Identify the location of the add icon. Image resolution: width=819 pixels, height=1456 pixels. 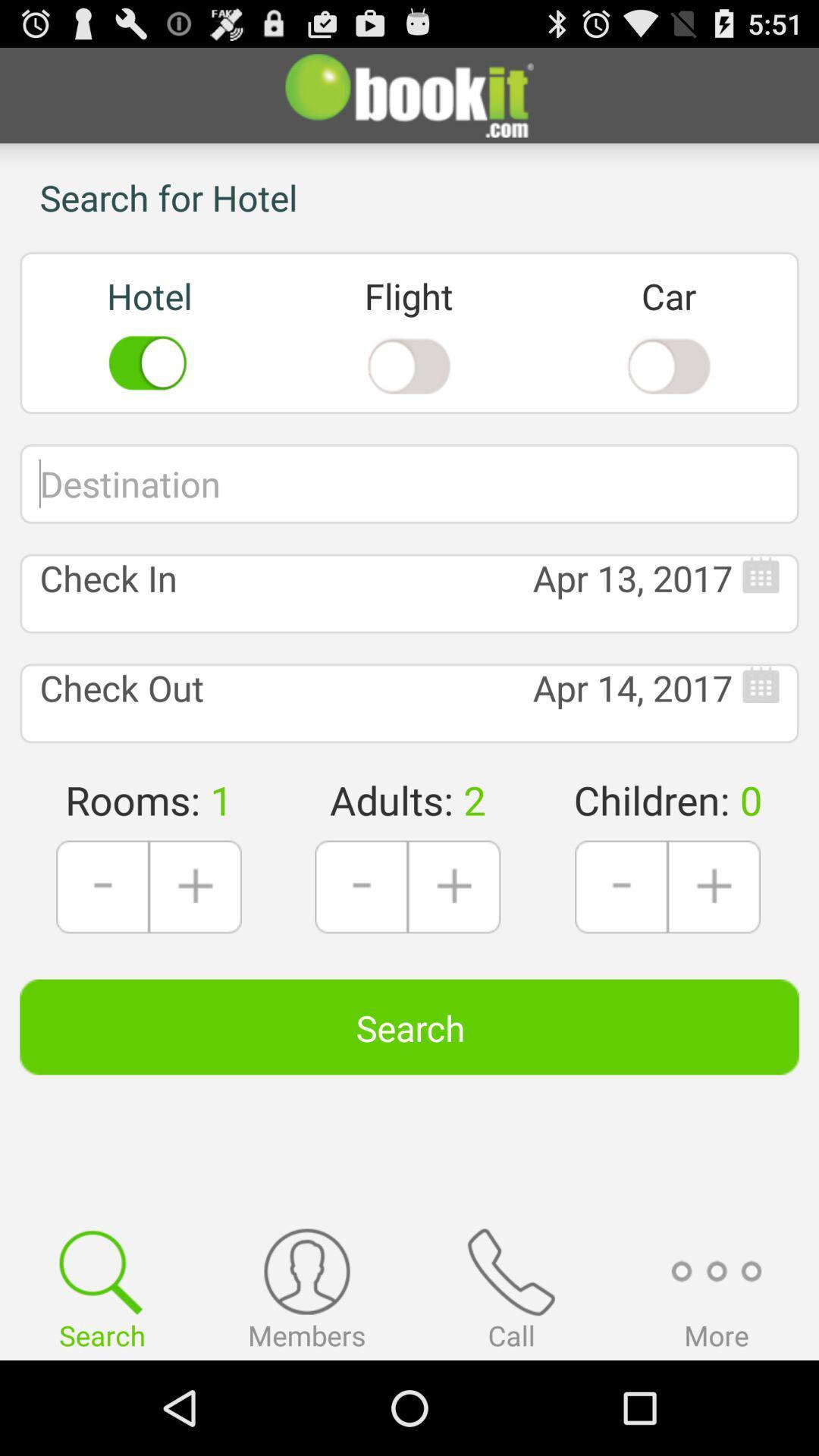
(714, 948).